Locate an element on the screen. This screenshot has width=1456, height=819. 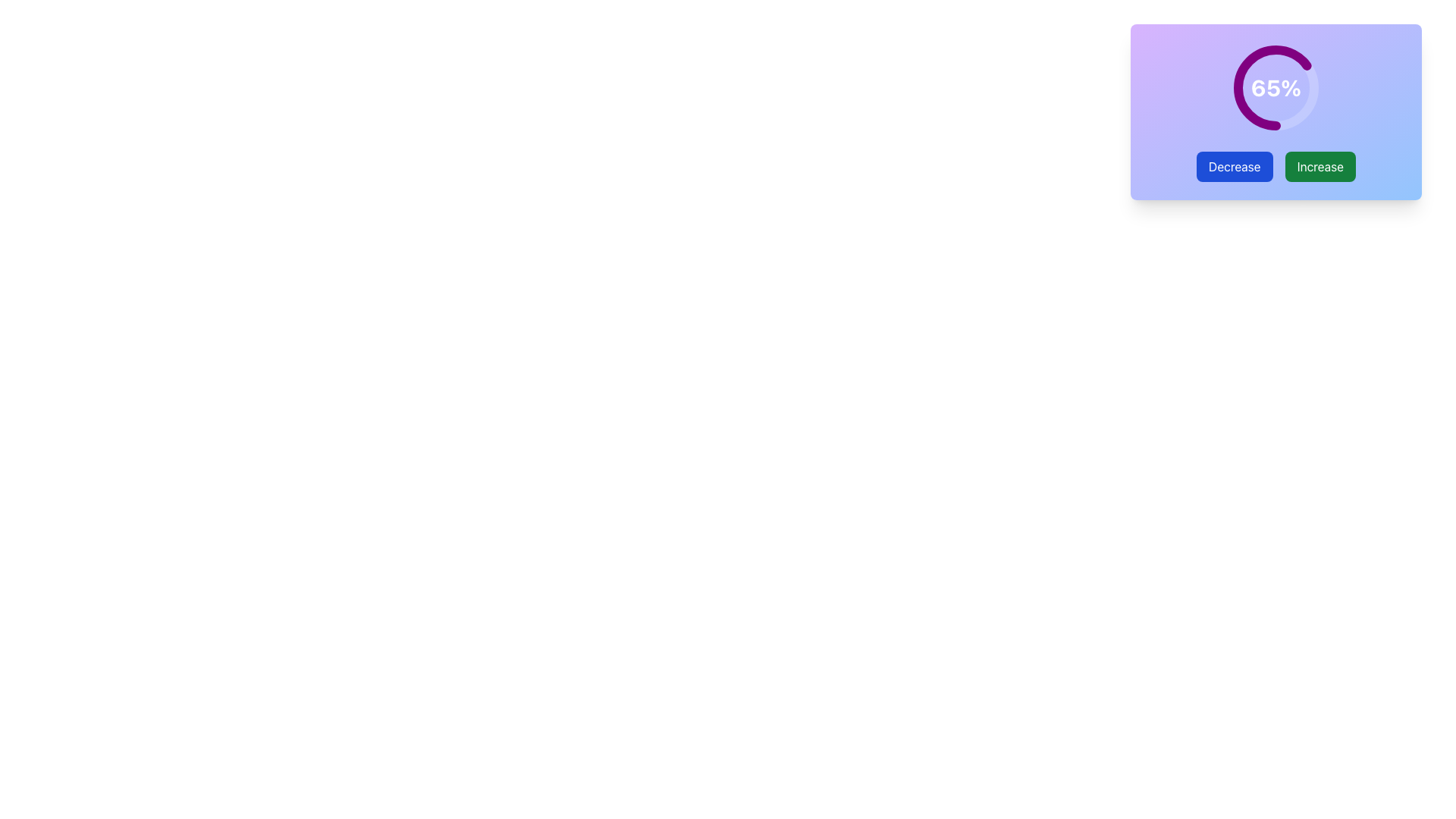
the Circular Graphic element, which is a partially transparent circular outline with a white stroke, located at the center of a larger rectangular component with a gradient background and above the buttons labeled 'Decrease' and 'Increase' is located at coordinates (1276, 87).